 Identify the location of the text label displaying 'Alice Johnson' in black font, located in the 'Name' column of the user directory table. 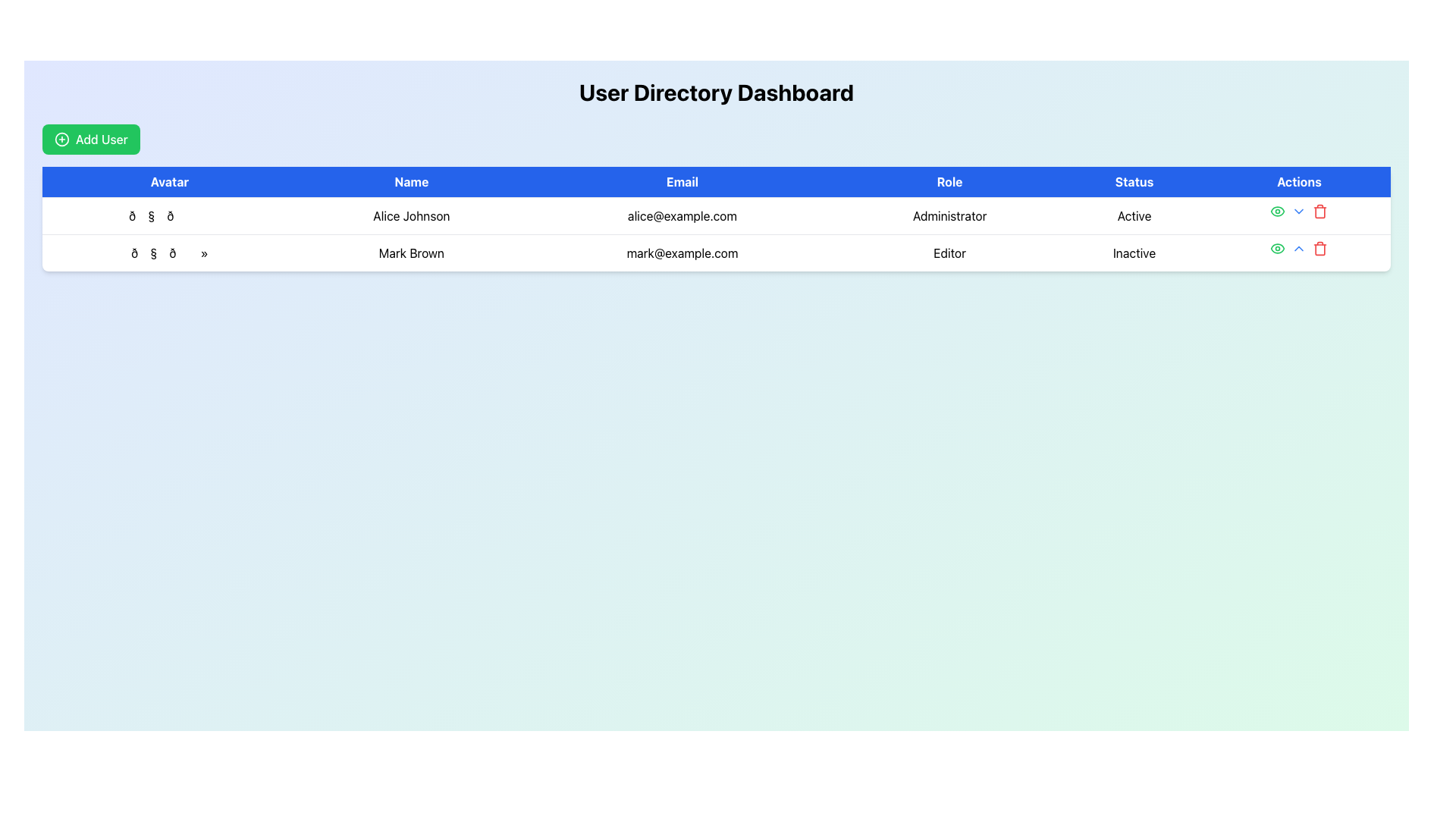
(411, 216).